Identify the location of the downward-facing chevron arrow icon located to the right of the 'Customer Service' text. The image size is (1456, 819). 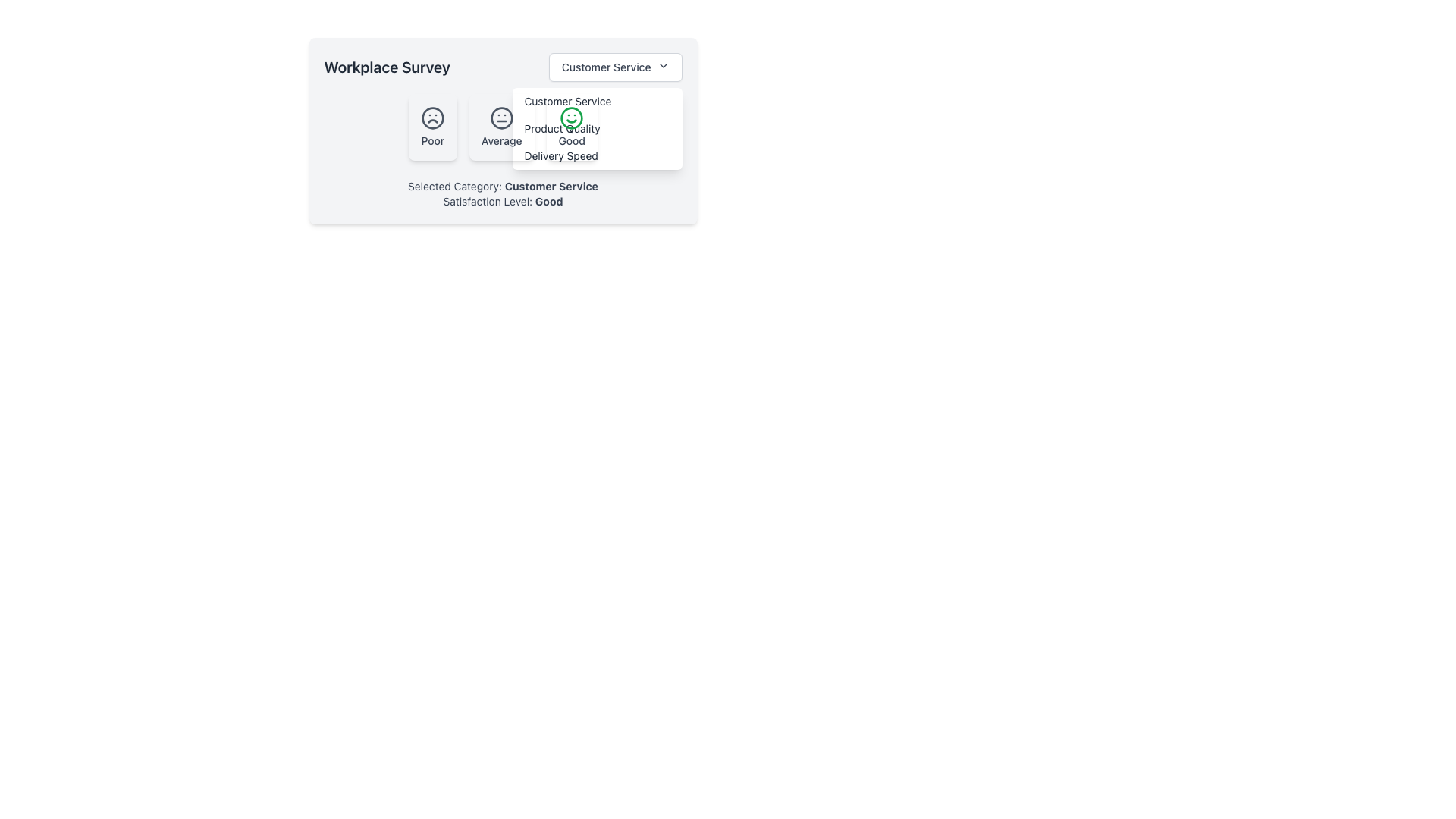
(663, 65).